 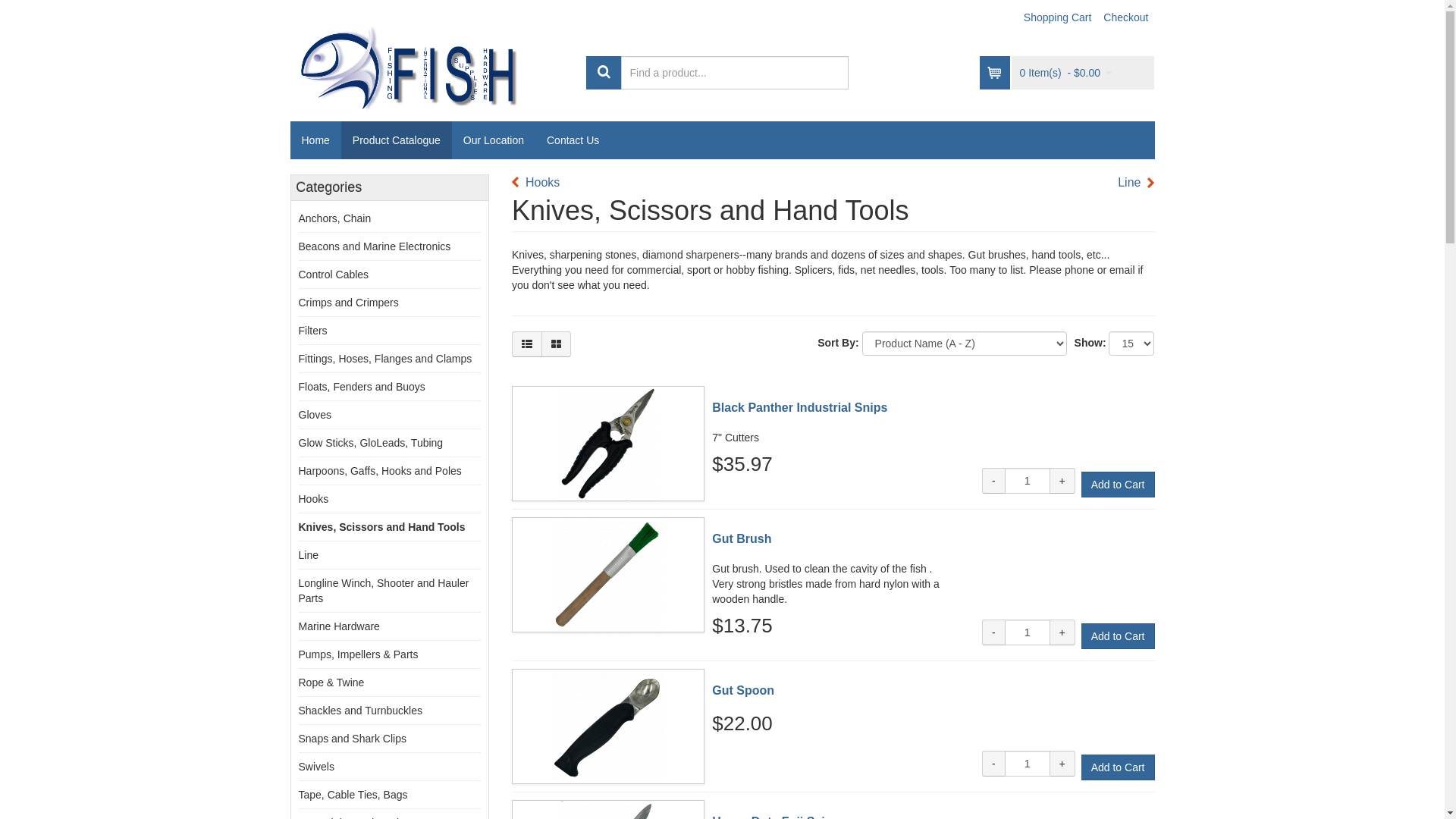 What do you see at coordinates (397, 140) in the screenshot?
I see `'Product Catalogue'` at bounding box center [397, 140].